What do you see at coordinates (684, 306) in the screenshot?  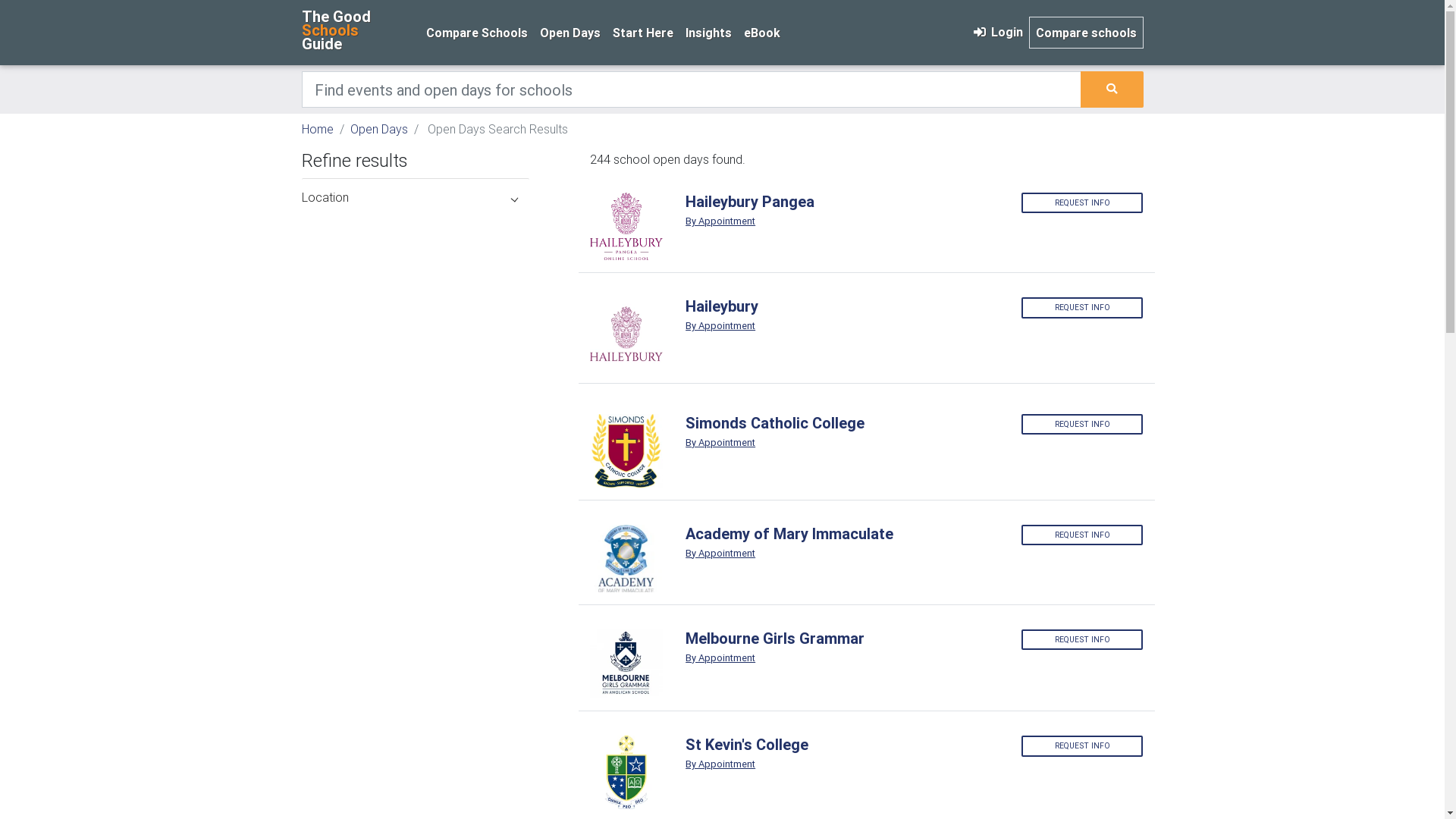 I see `'Haileybury'` at bounding box center [684, 306].